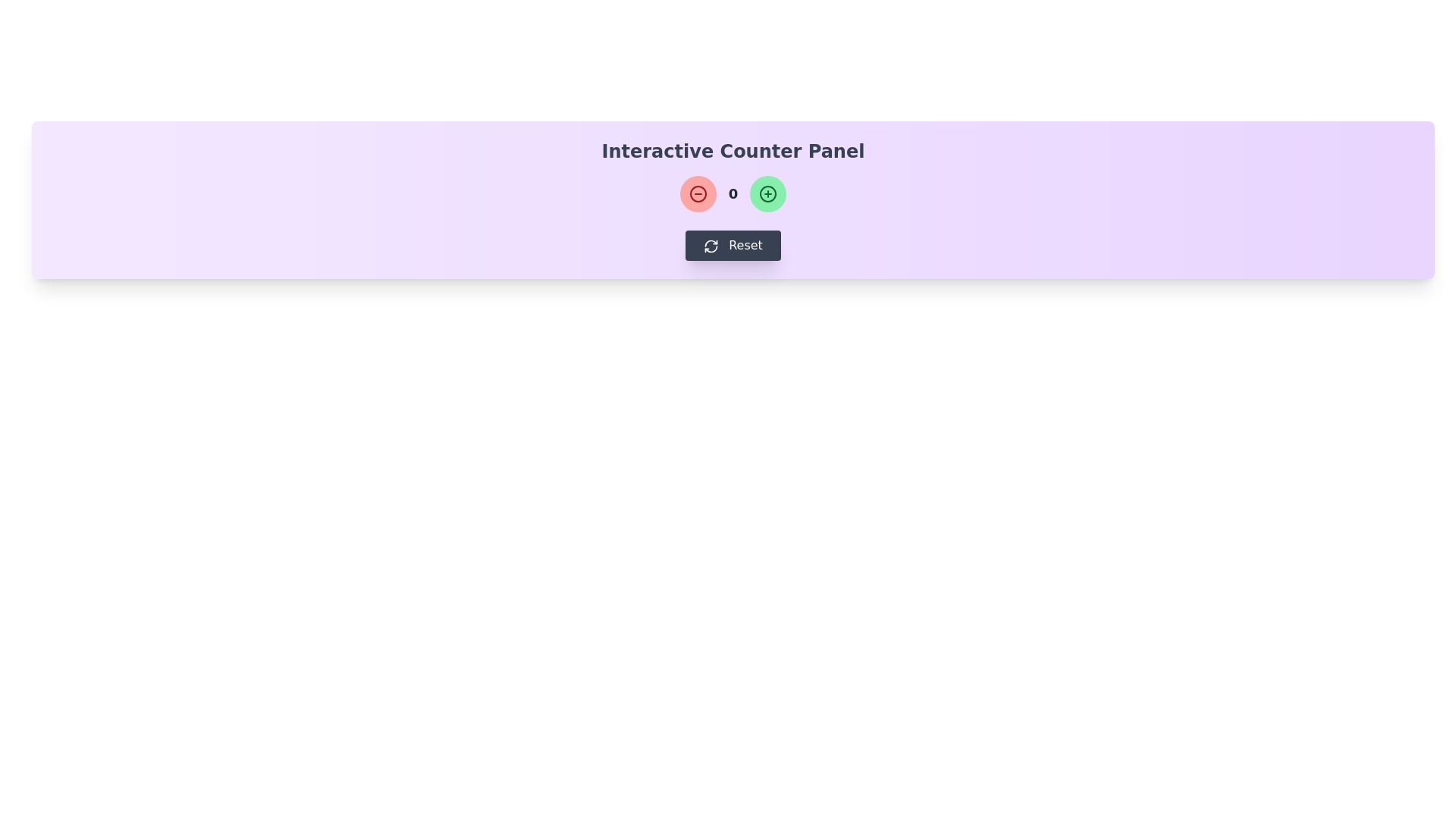 The image size is (1456, 819). Describe the element at coordinates (733, 193) in the screenshot. I see `the counter display element that shows the current count value in the interactive counter panel, positioned between a red minus button and a green plus button` at that location.